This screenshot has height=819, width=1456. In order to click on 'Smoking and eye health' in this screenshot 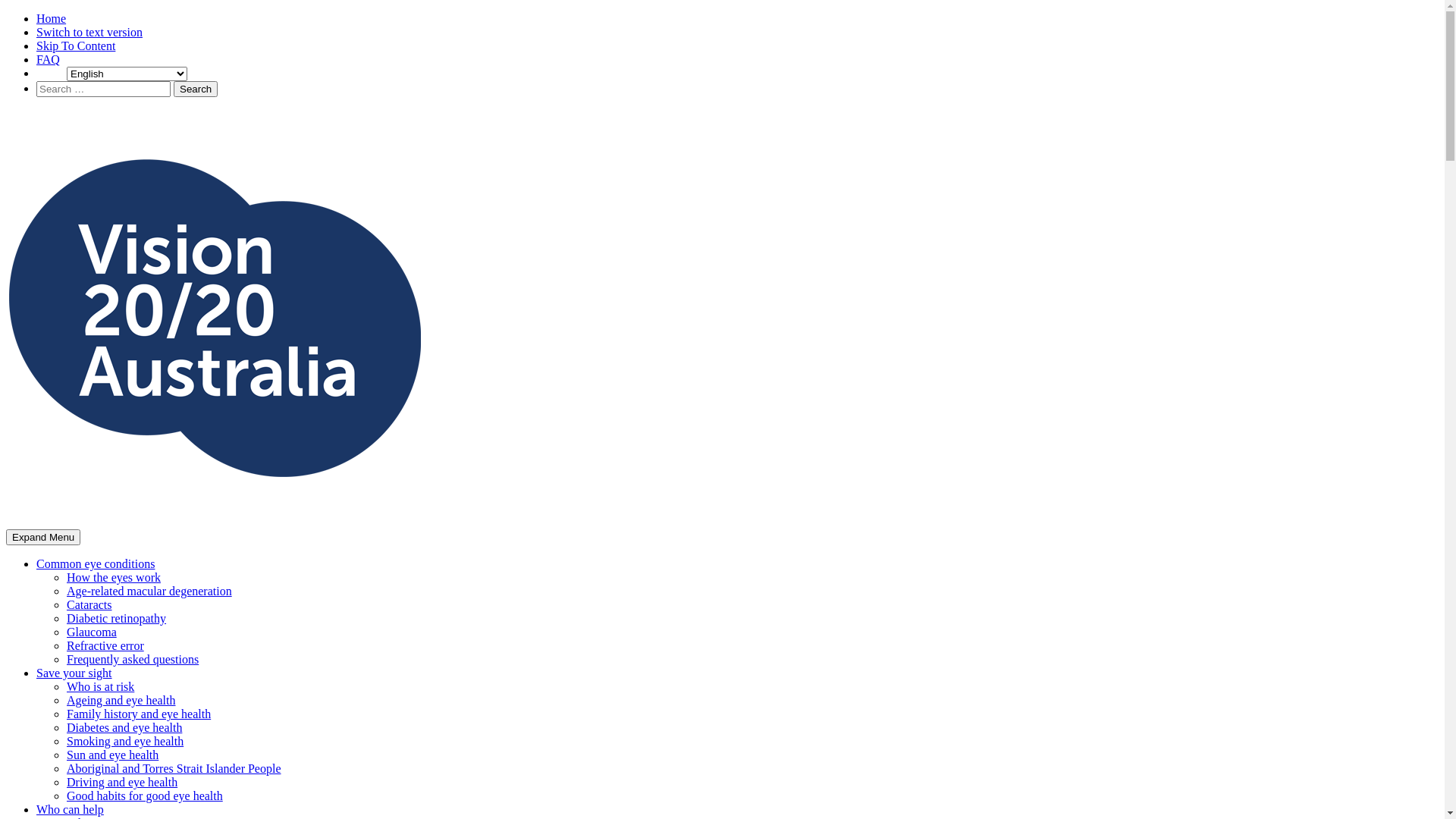, I will do `click(124, 740)`.